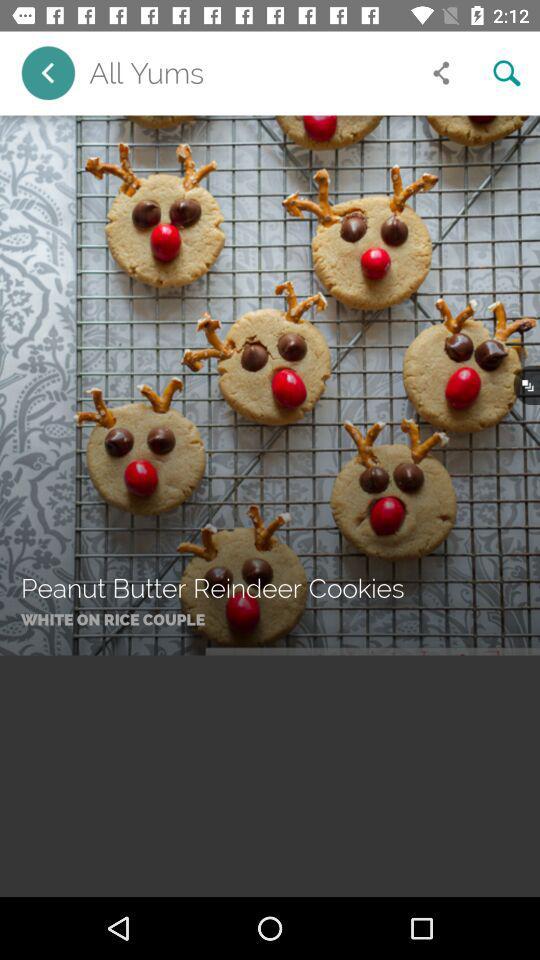 The width and height of the screenshot is (540, 960). Describe the element at coordinates (48, 73) in the screenshot. I see `the icon to the left of the all yums item` at that location.